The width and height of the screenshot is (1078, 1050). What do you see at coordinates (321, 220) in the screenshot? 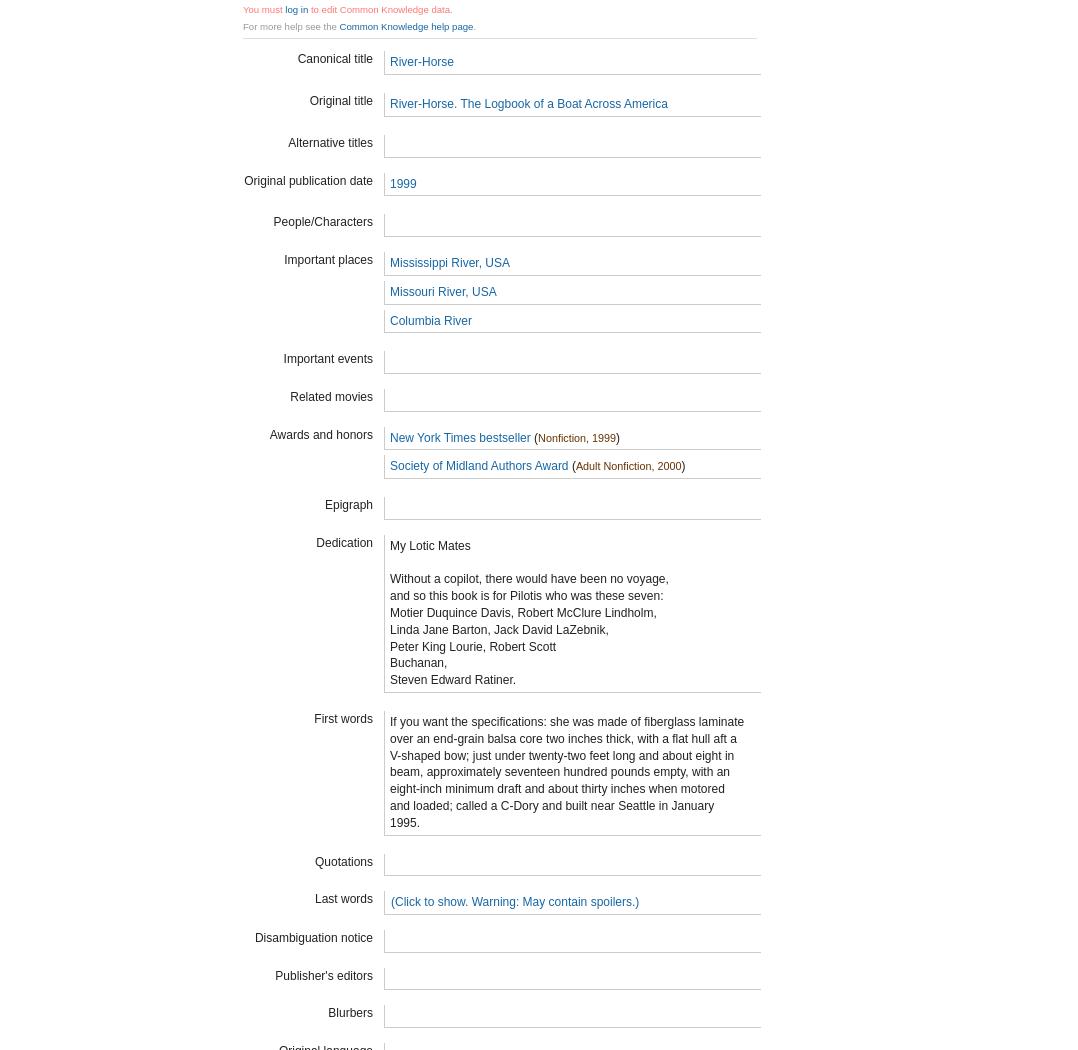
I see `'People/Characters'` at bounding box center [321, 220].